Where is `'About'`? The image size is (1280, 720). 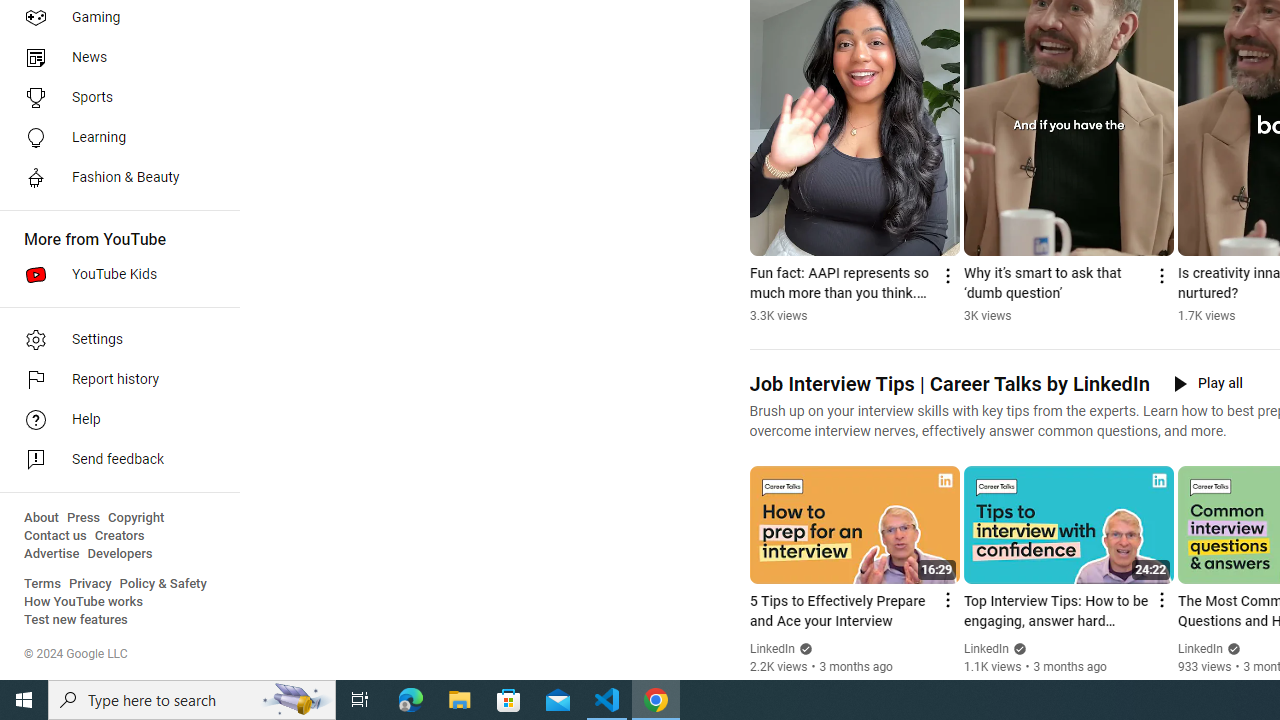
'About' is located at coordinates (41, 517).